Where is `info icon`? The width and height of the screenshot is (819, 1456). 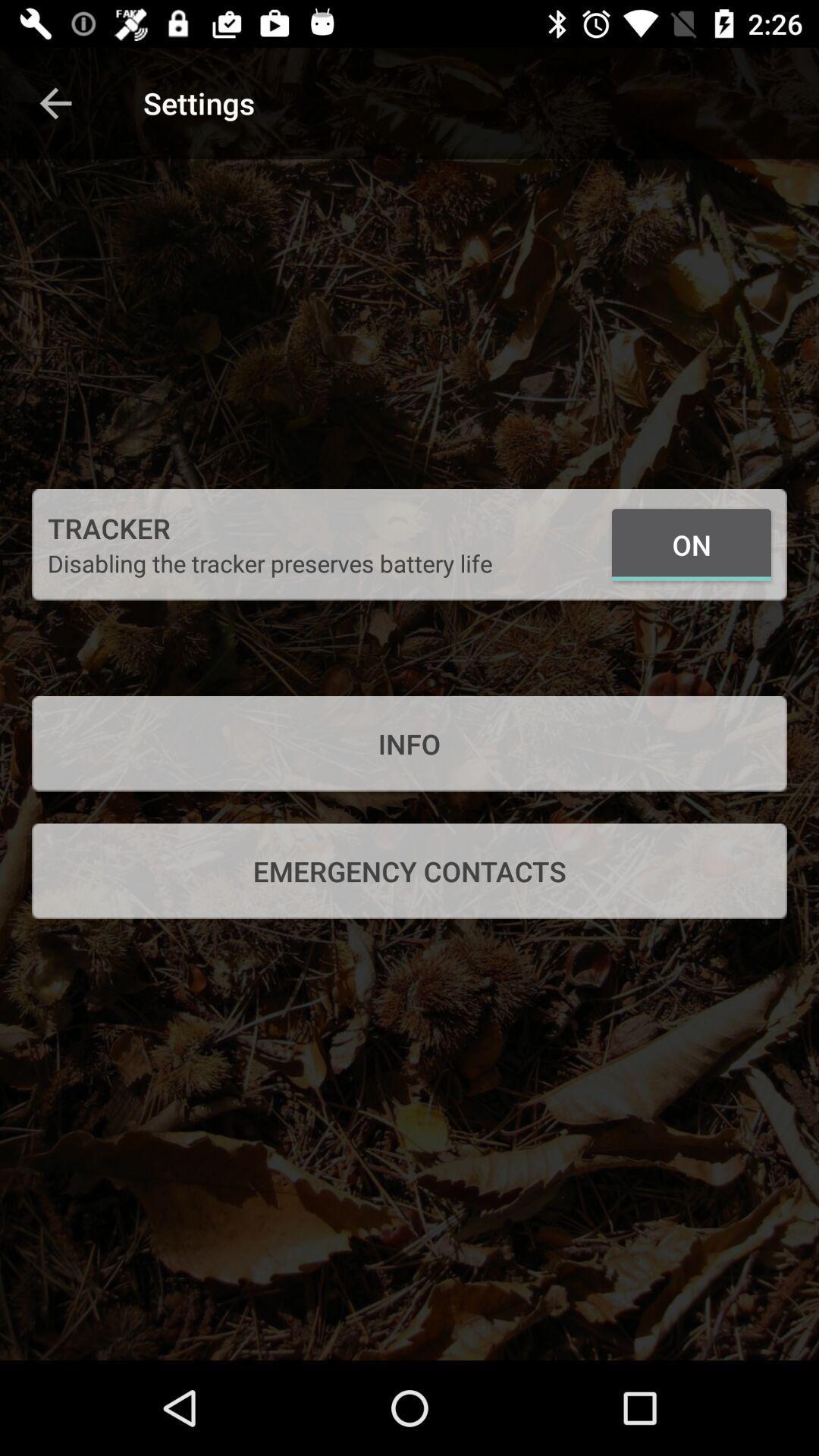 info icon is located at coordinates (409, 743).